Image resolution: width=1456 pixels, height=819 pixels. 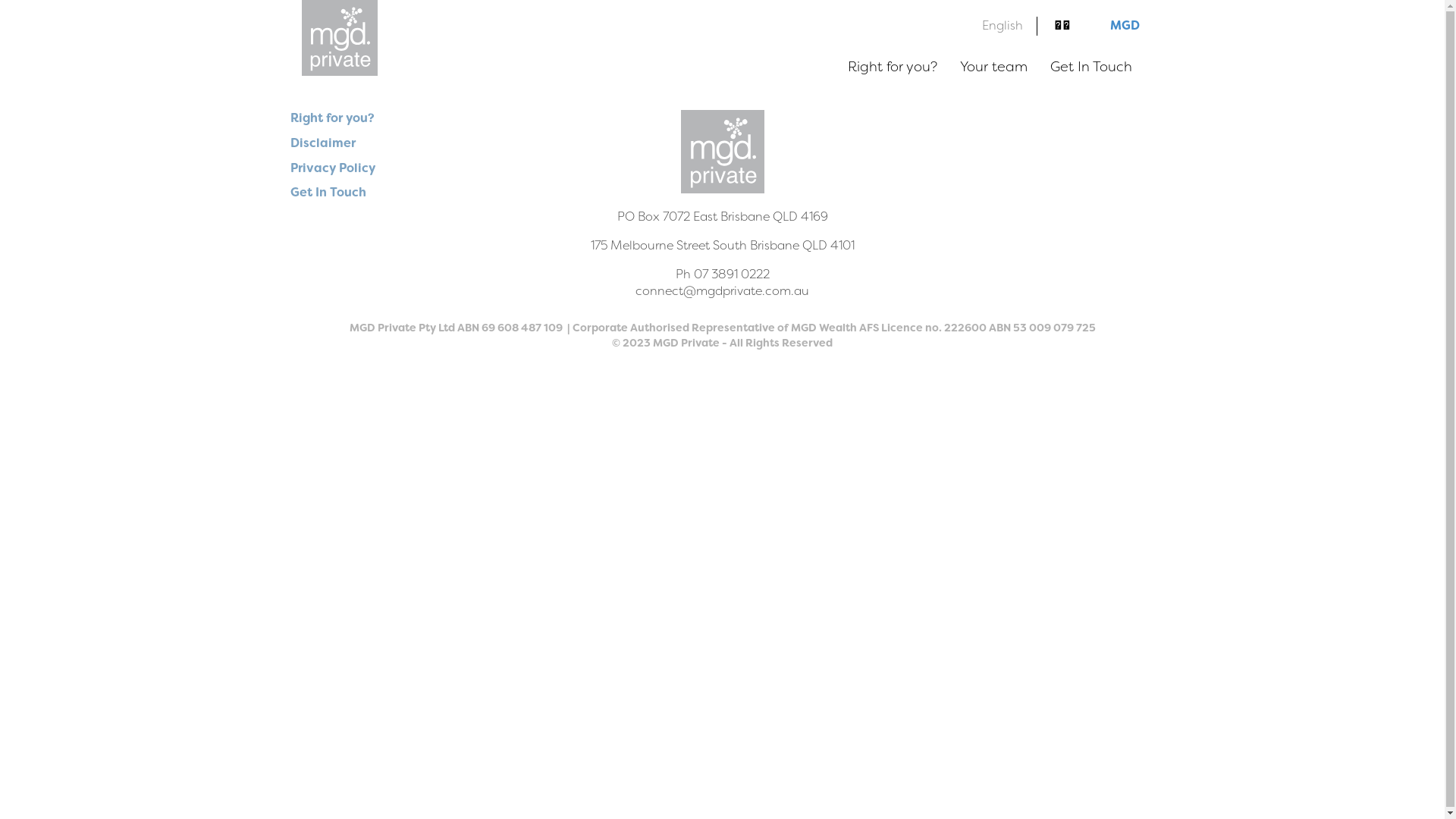 What do you see at coordinates (290, 143) in the screenshot?
I see `'Disclaimer'` at bounding box center [290, 143].